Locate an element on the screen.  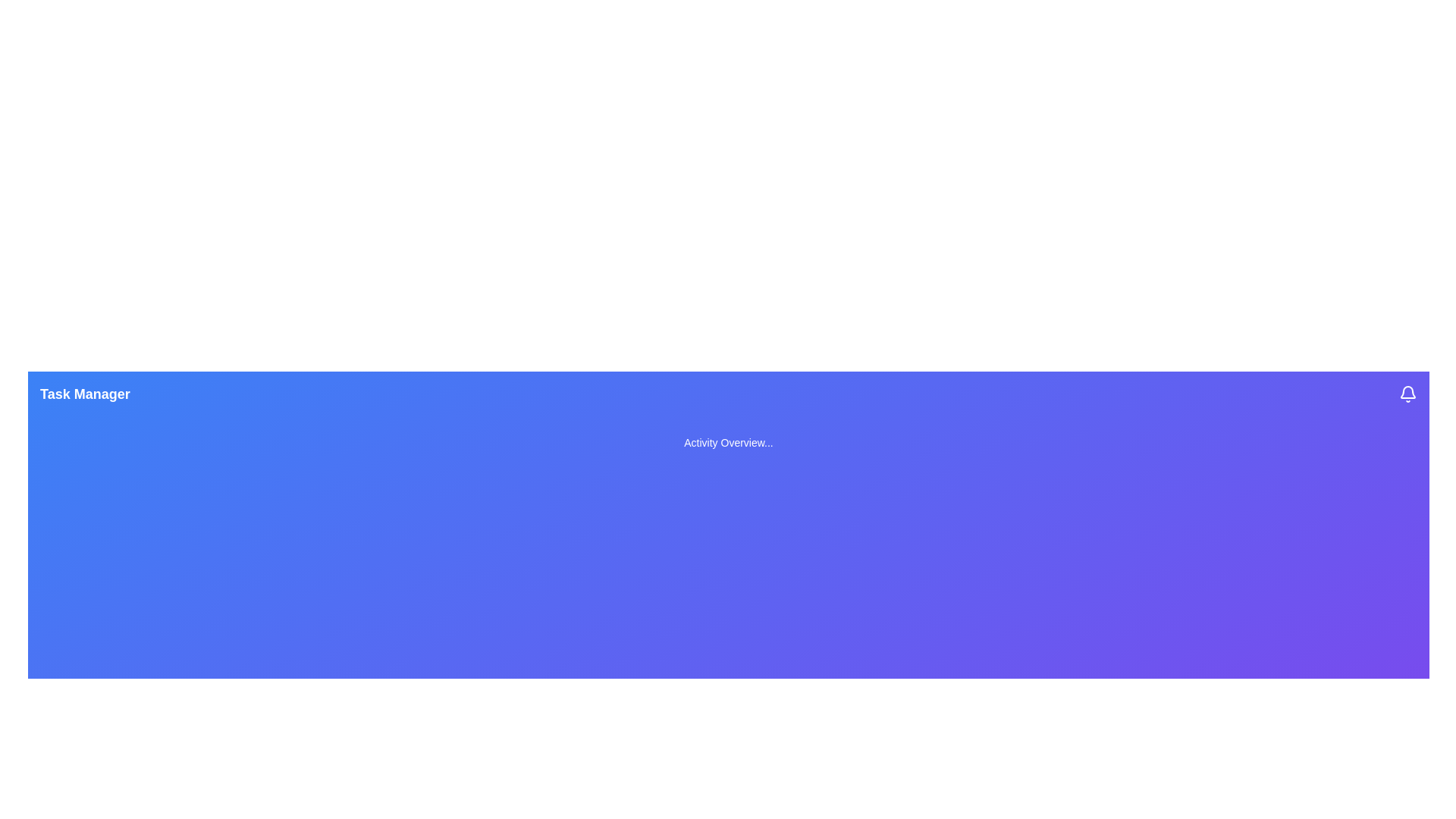
the main body portion of the bell icon located in the top-right corner of the interface is located at coordinates (1407, 391).